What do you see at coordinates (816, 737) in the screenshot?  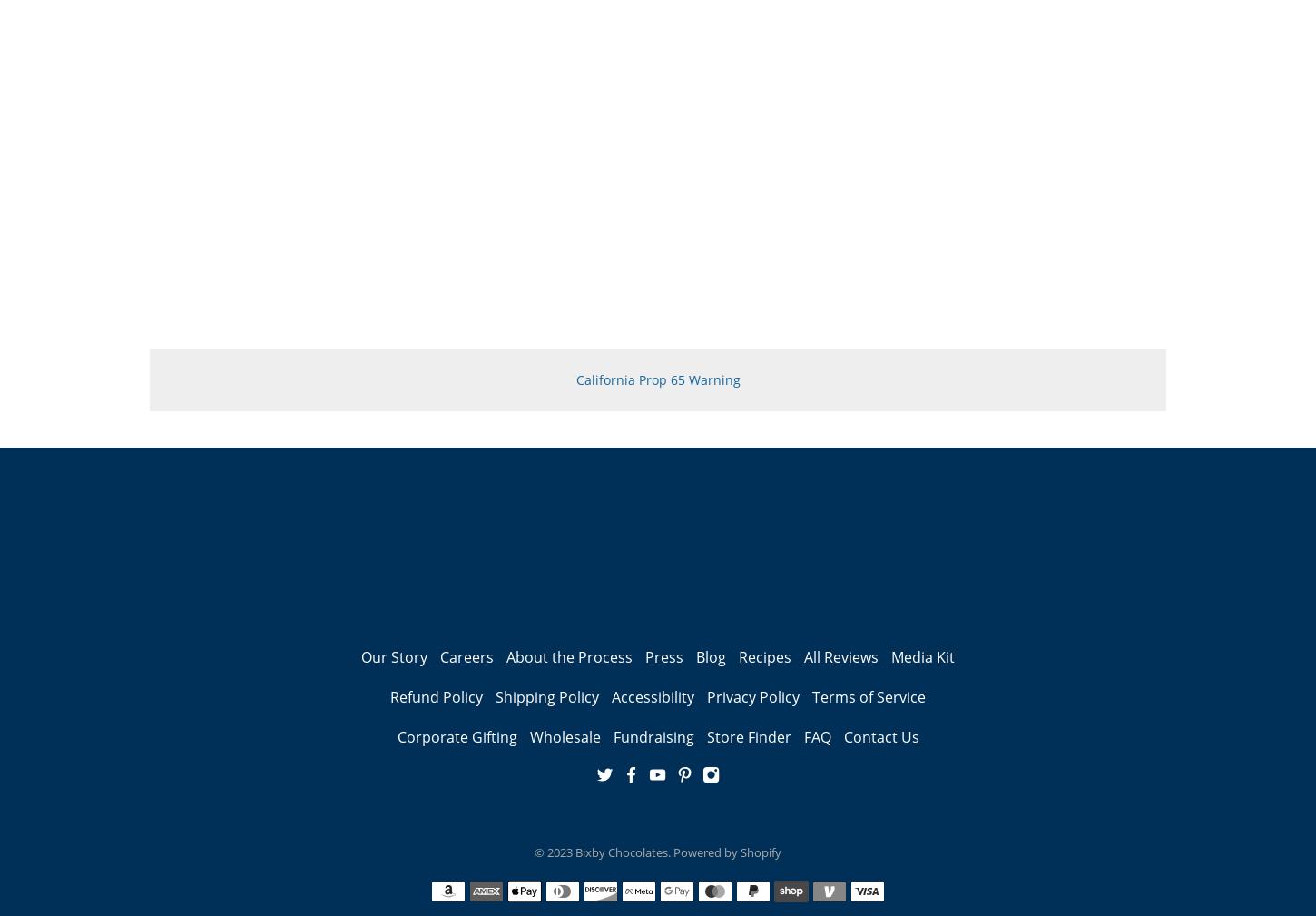 I see `'FAQ'` at bounding box center [816, 737].